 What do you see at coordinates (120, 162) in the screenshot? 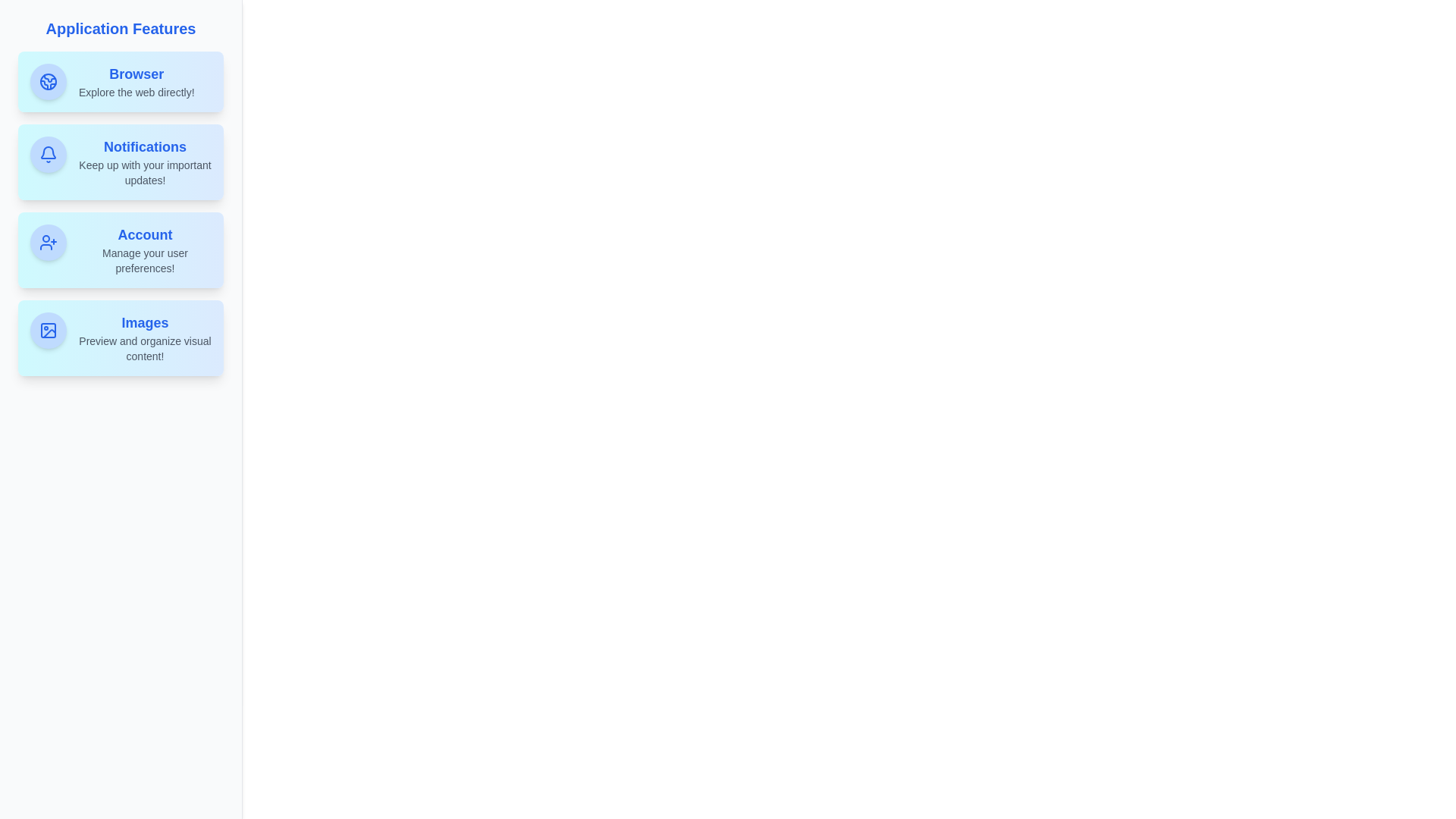
I see `the Notifications feature tile to view its hover effect` at bounding box center [120, 162].